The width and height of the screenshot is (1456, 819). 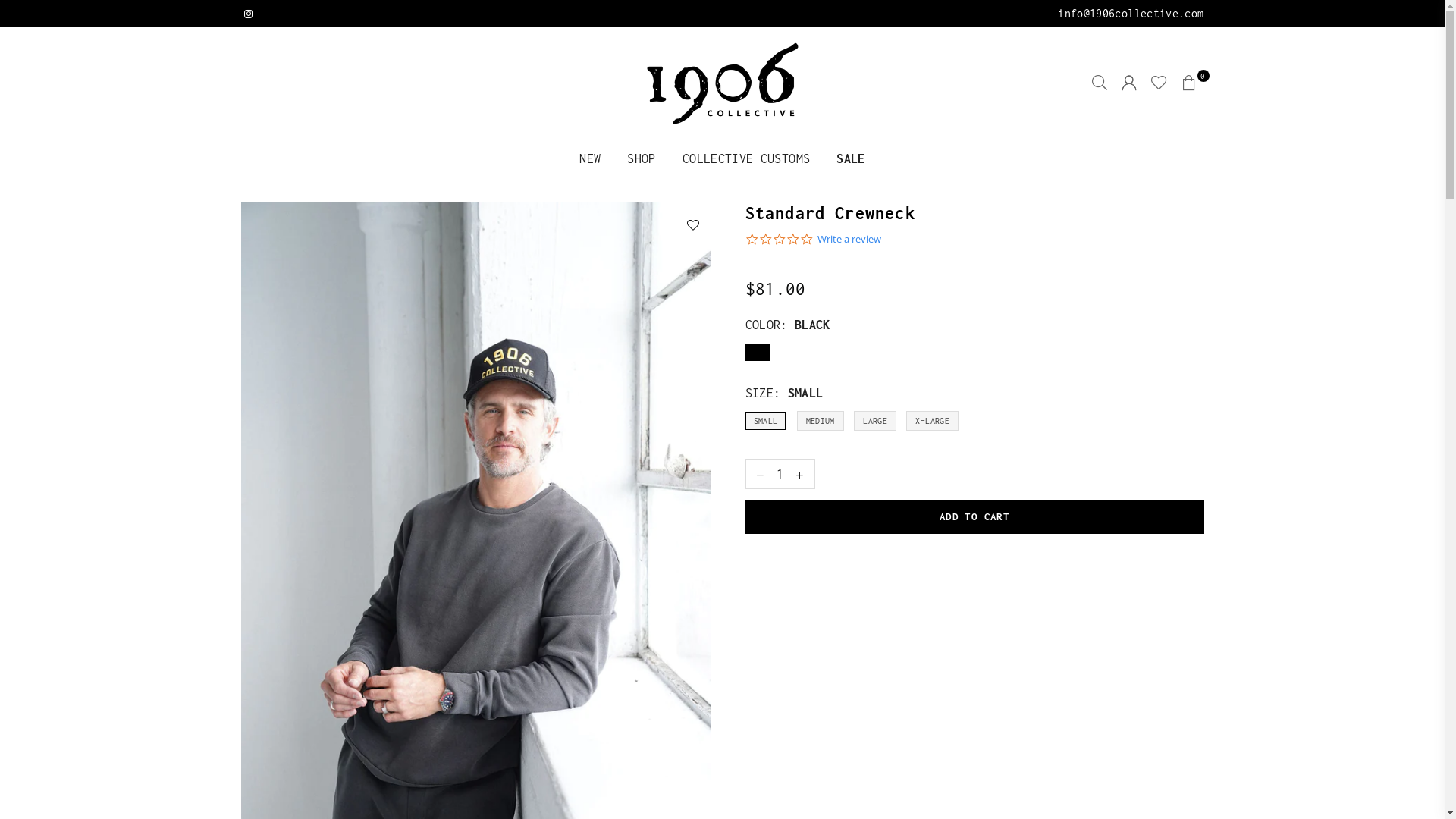 I want to click on 'COLLECTIVE CUSTOMS', so click(x=670, y=159).